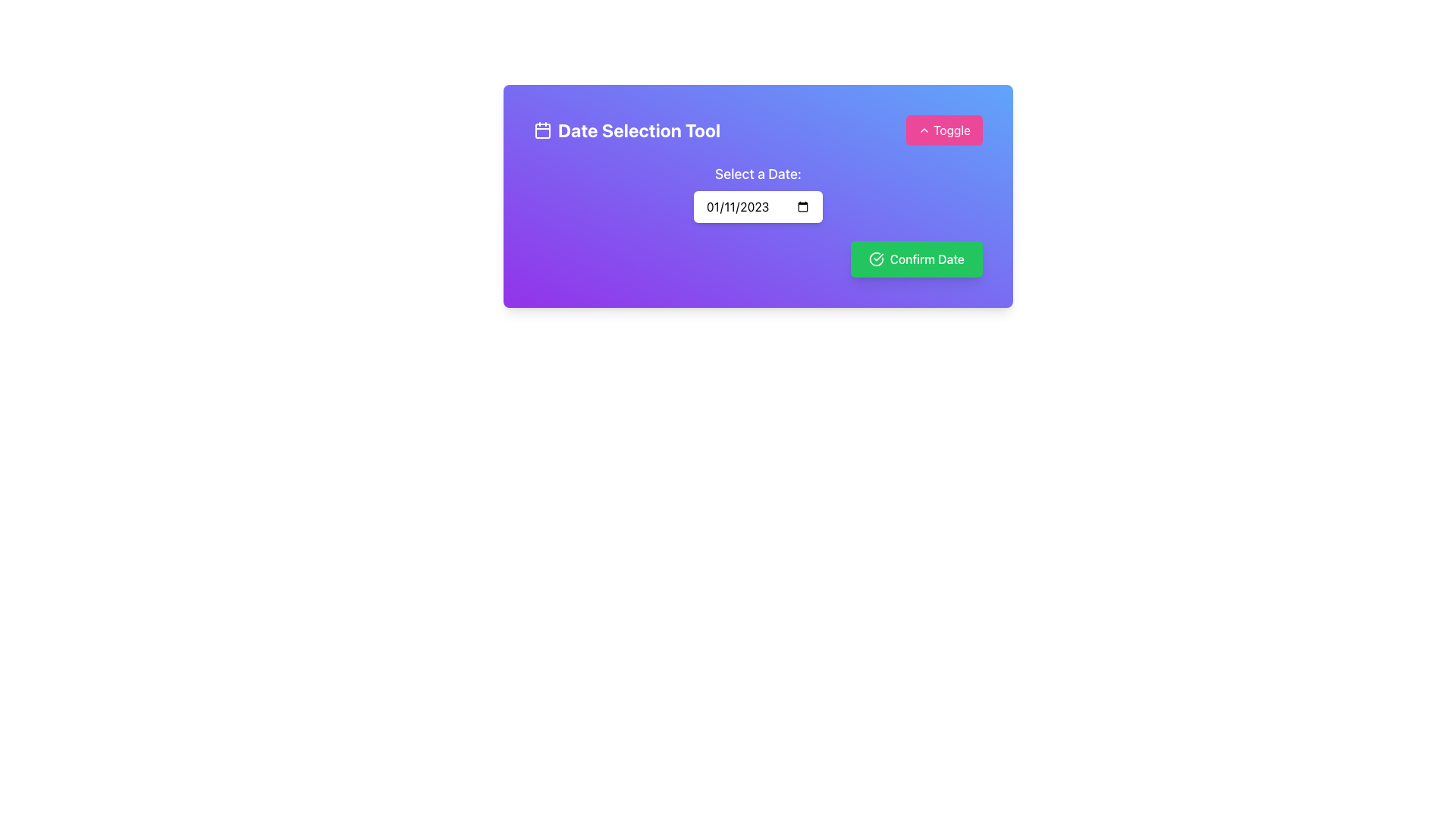 The width and height of the screenshot is (1456, 819). What do you see at coordinates (542, 130) in the screenshot?
I see `the calendar-like icon with a minimalistic stroke design, located in the header section of the widget, to the left of the 'Date Selection Tool' text` at bounding box center [542, 130].